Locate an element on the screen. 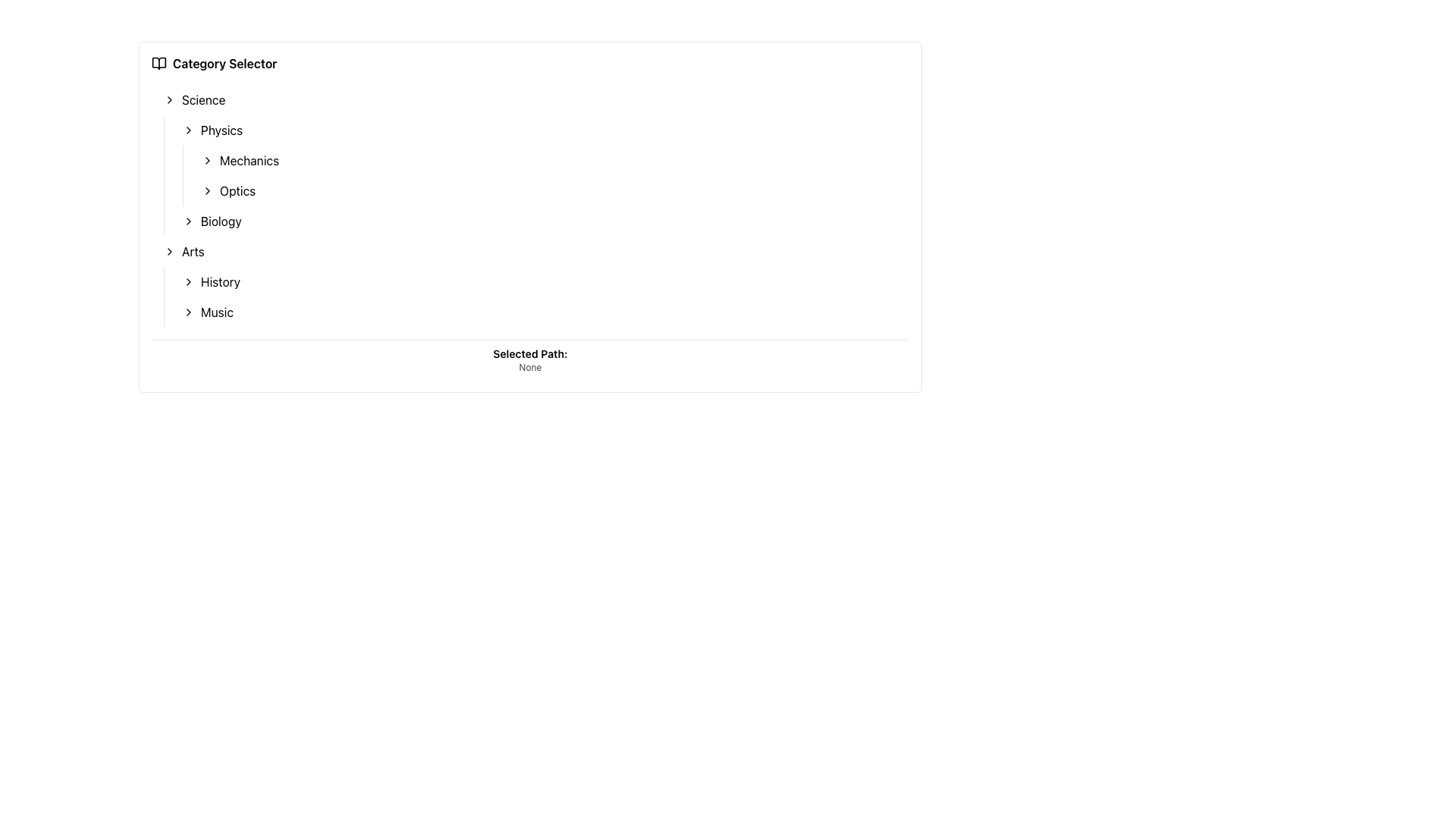 The image size is (1456, 819). the Chevron icon located to the left of the 'Music' text is located at coordinates (188, 312).